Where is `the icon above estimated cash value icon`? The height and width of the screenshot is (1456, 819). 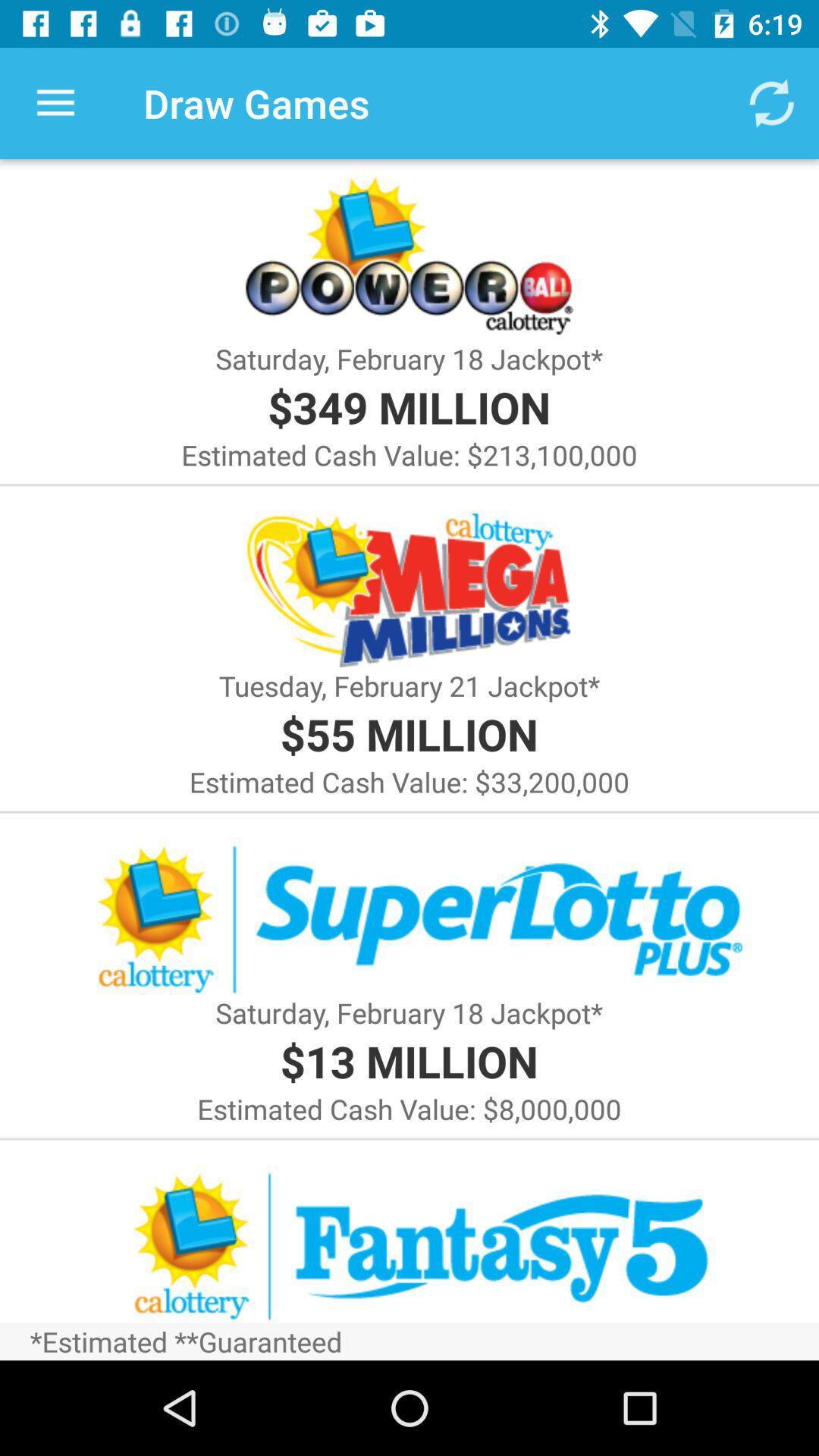
the icon above estimated cash value icon is located at coordinates (408, 733).